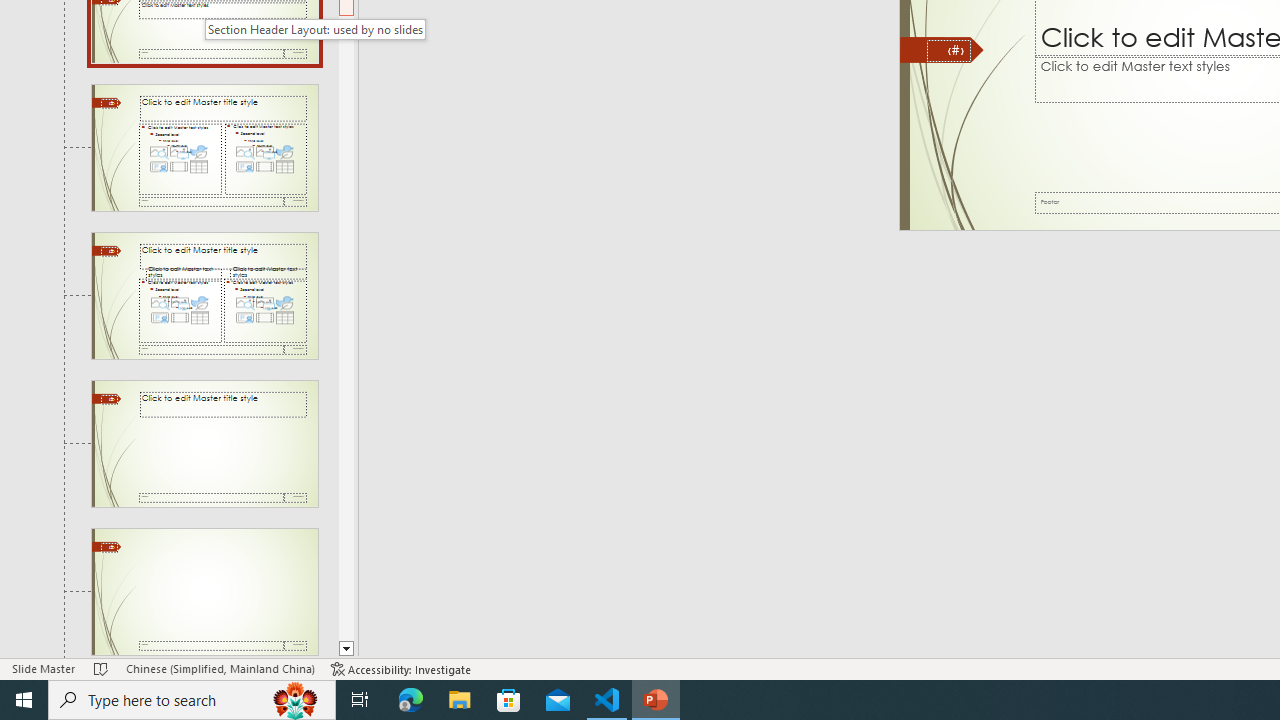 The image size is (1280, 720). Describe the element at coordinates (948, 50) in the screenshot. I see `'Slide Number'` at that location.